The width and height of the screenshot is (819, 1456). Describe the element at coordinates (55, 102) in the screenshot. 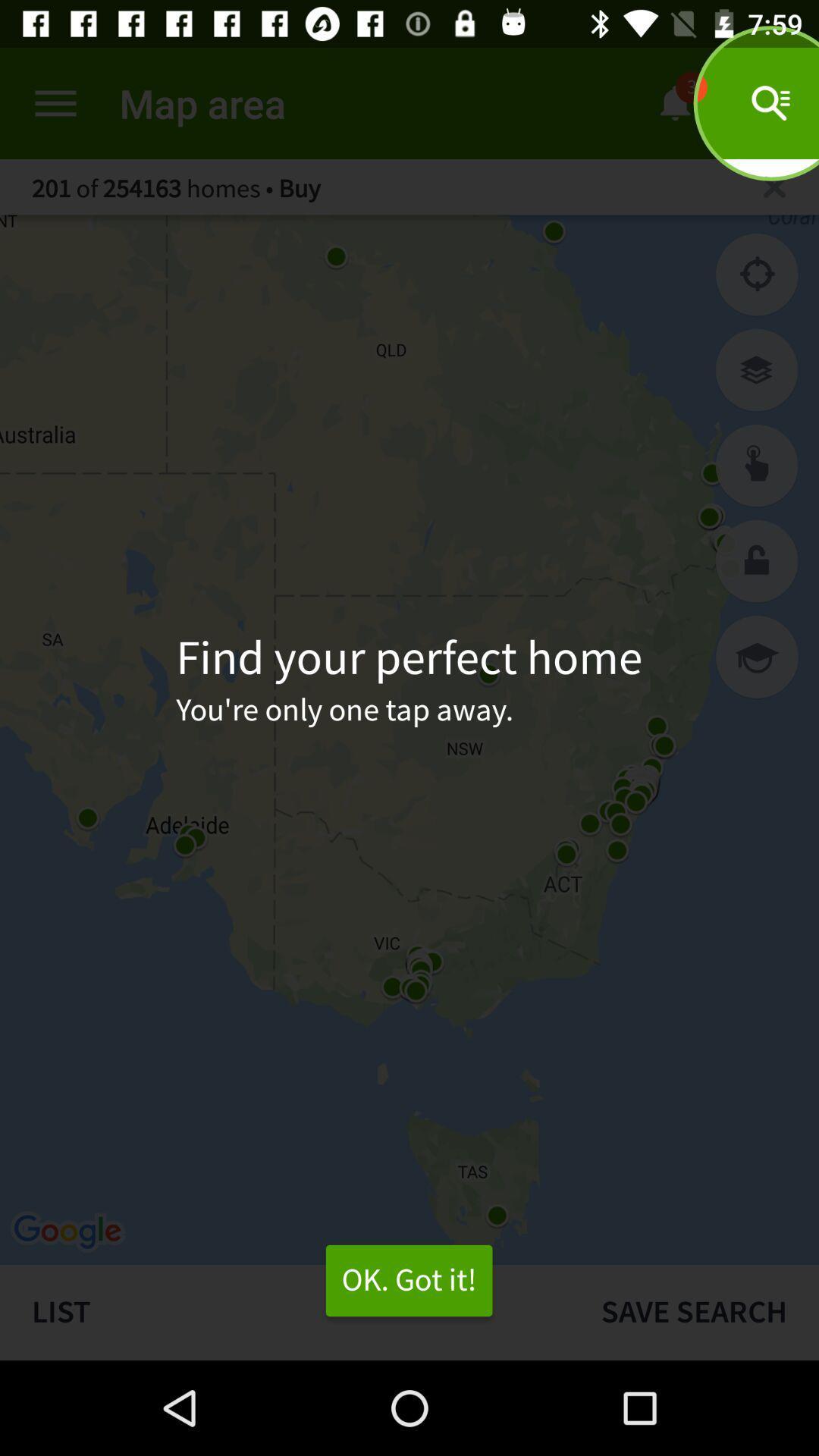

I see `drop down menu` at that location.